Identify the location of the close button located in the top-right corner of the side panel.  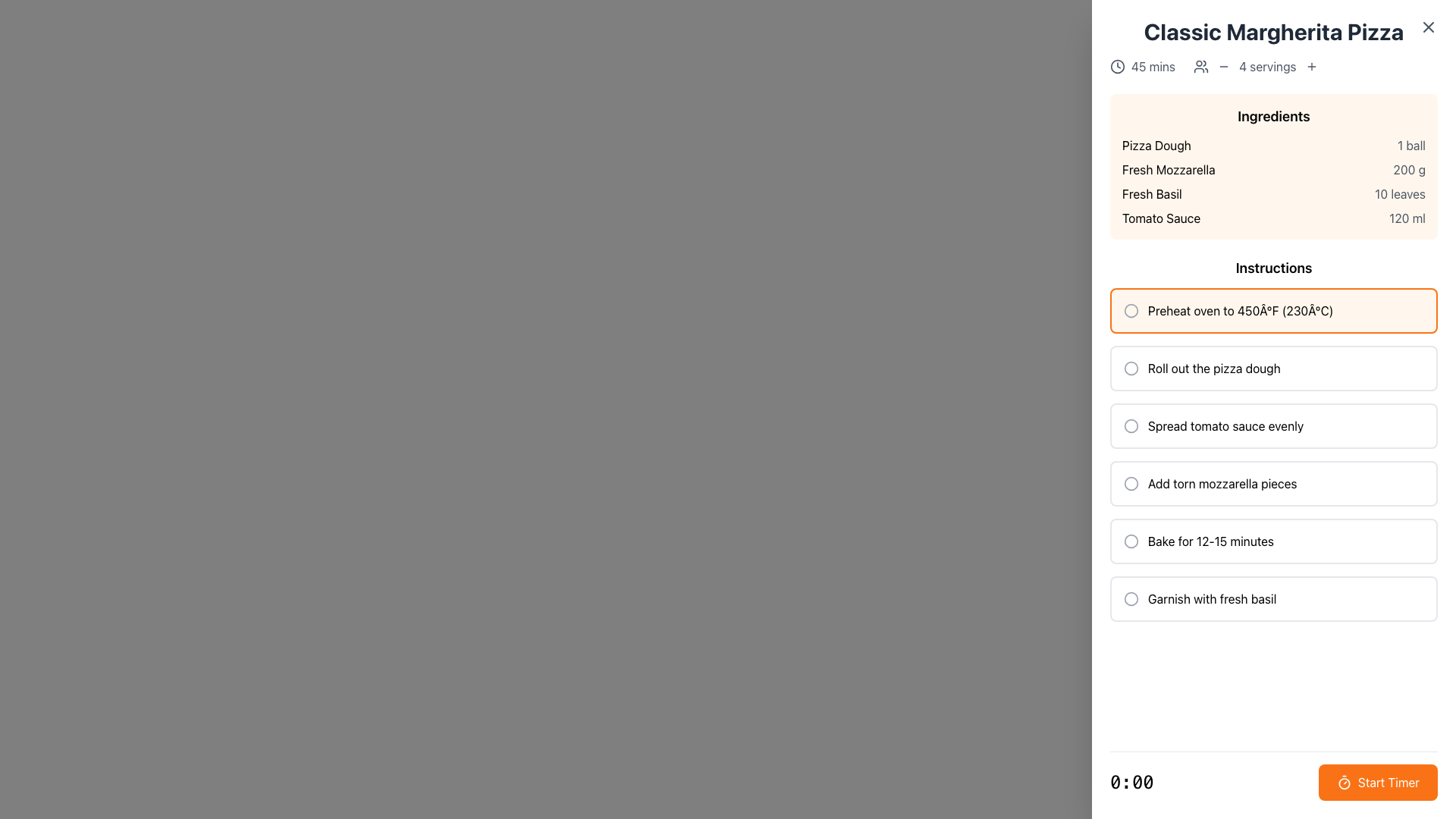
(1427, 27).